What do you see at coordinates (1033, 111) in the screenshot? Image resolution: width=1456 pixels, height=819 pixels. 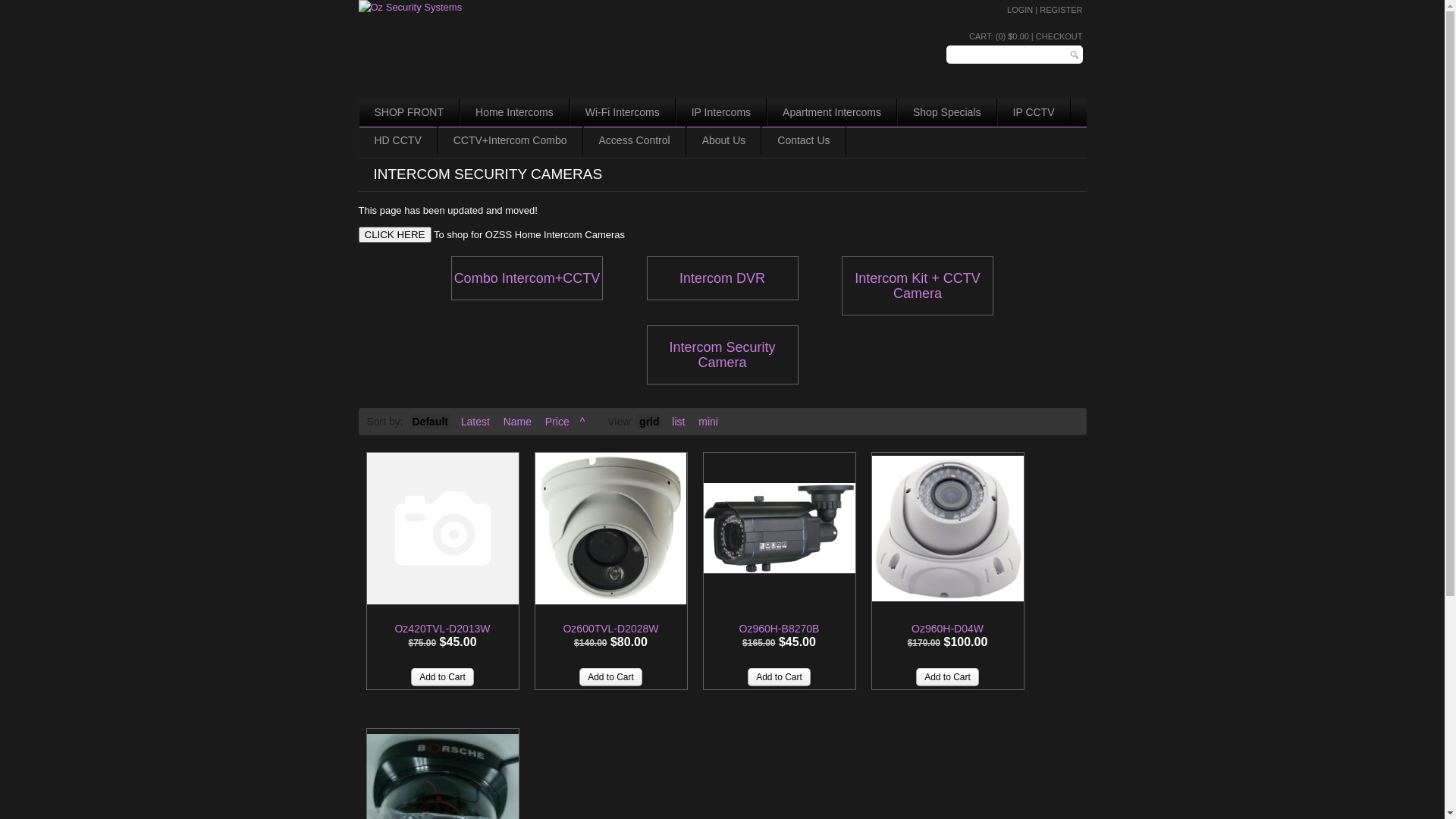 I see `'IP CCTV'` at bounding box center [1033, 111].